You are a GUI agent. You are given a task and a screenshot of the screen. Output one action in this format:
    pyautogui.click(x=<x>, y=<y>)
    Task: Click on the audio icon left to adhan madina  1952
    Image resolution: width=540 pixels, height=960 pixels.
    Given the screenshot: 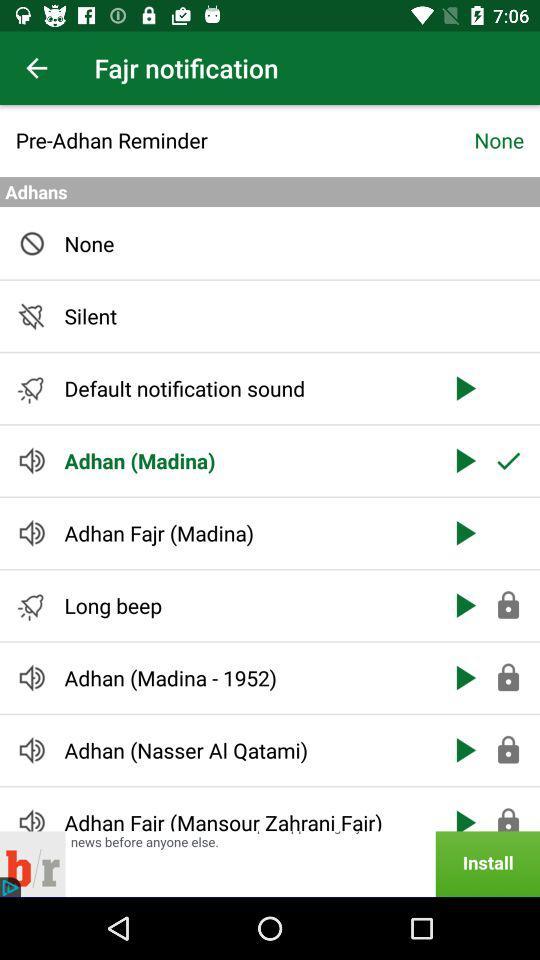 What is the action you would take?
    pyautogui.click(x=31, y=678)
    